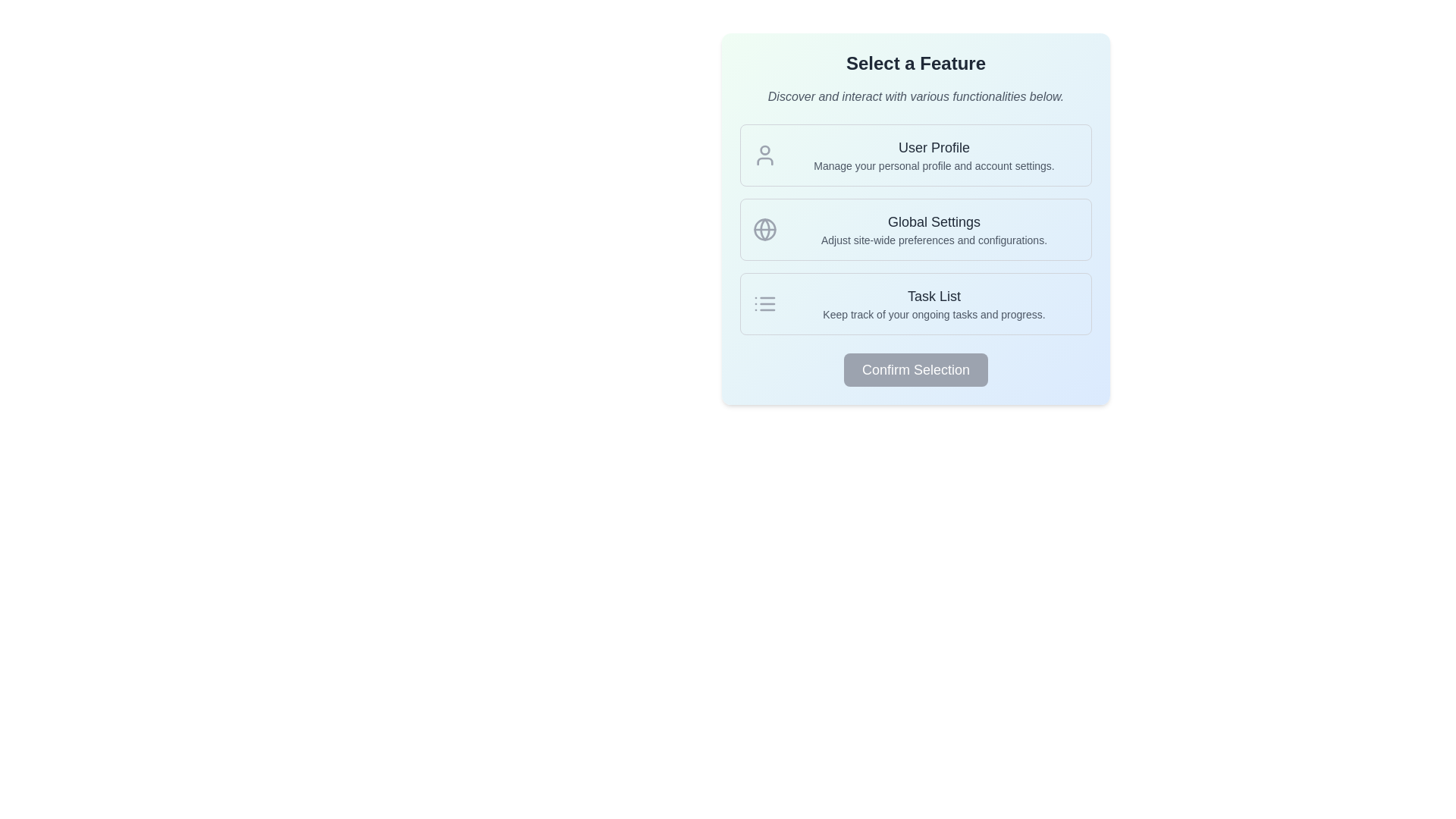 The width and height of the screenshot is (1456, 819). I want to click on the text label reading 'Manage your personal profile and account settings.' which is positioned underneath the bold 'User Profile' title, so click(934, 166).